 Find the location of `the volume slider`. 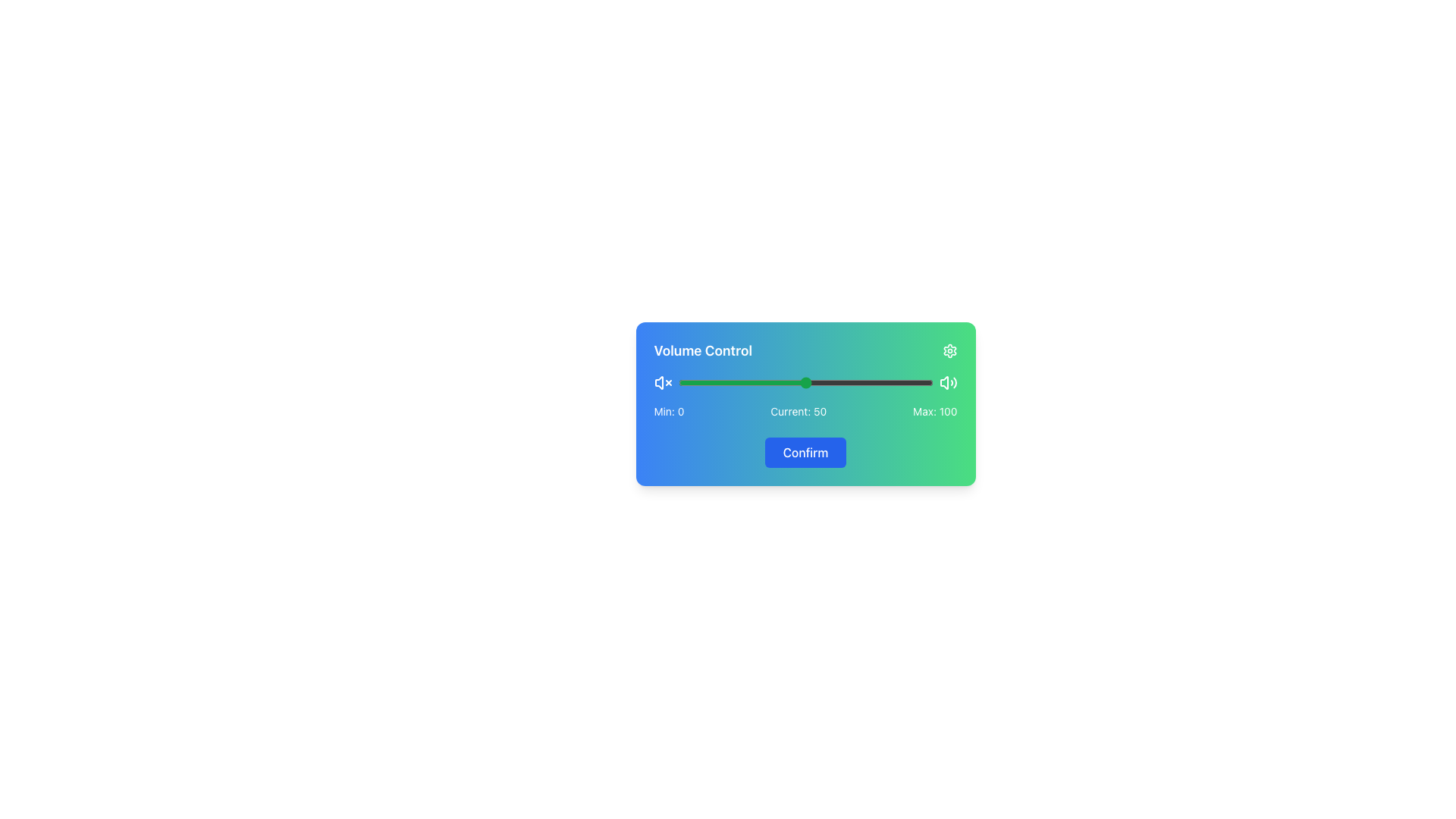

the volume slider is located at coordinates (799, 382).